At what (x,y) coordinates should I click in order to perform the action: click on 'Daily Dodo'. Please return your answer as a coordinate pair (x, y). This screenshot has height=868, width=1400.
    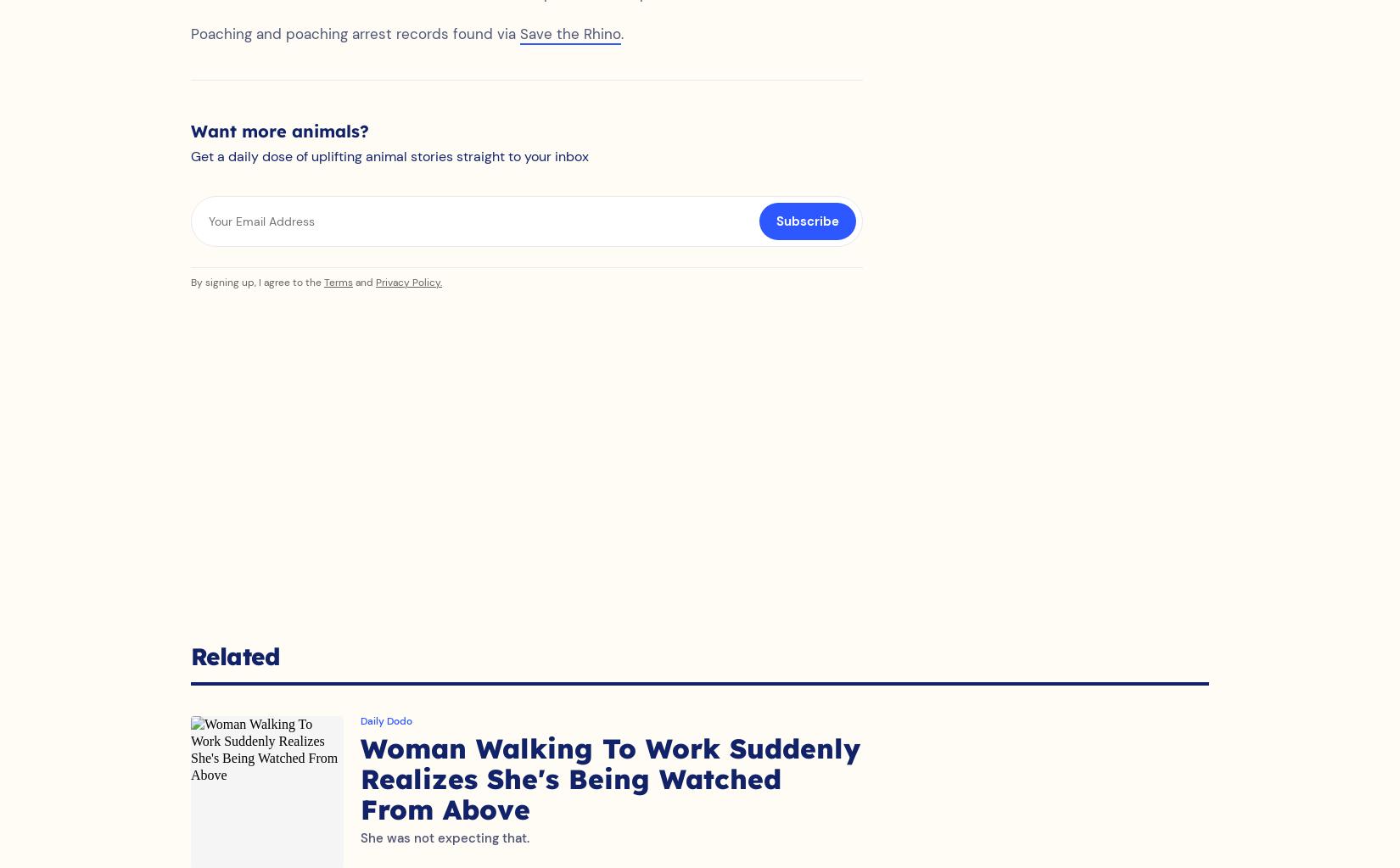
    Looking at the image, I should click on (385, 737).